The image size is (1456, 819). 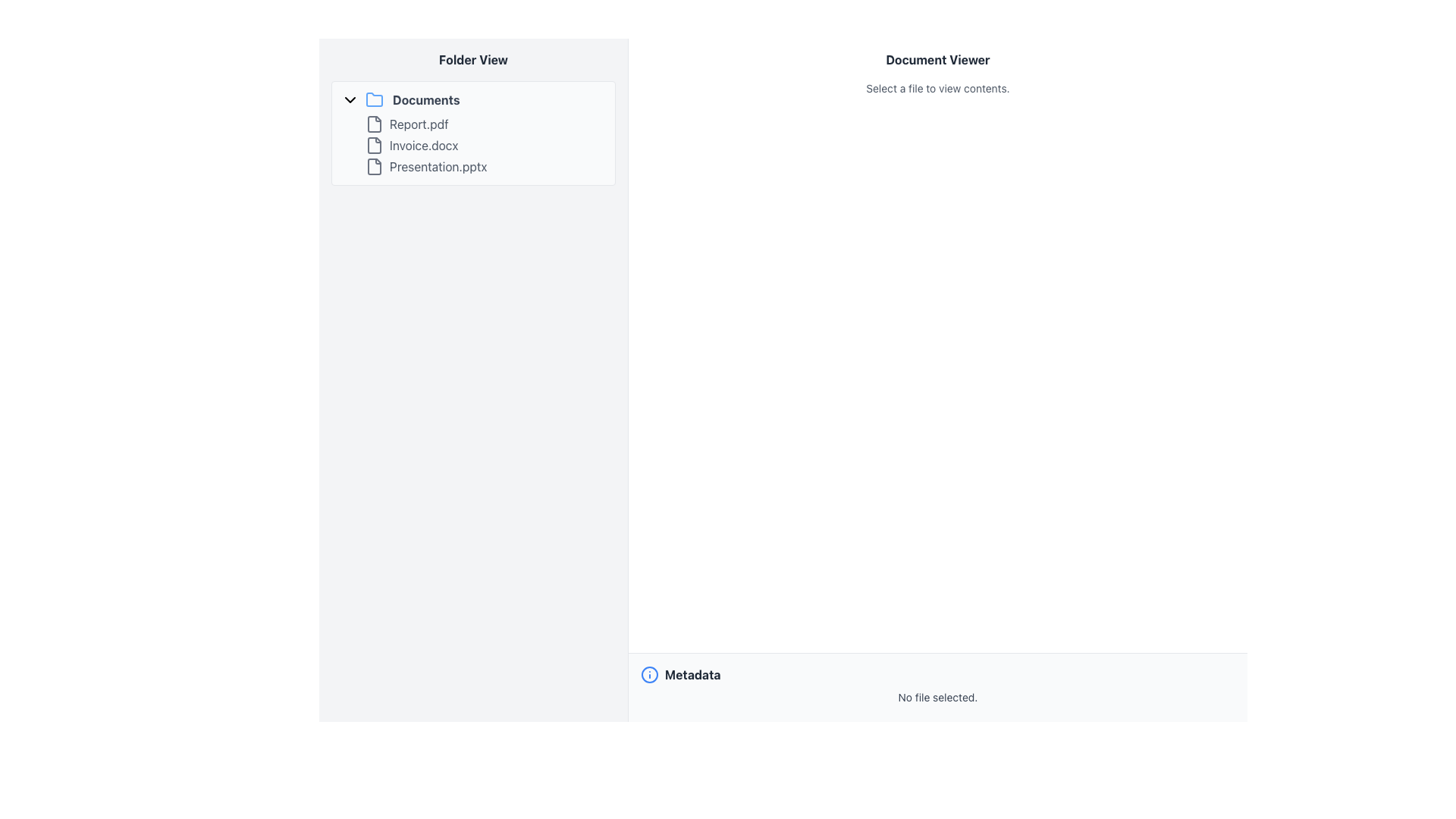 What do you see at coordinates (650, 674) in the screenshot?
I see `the information icon located at the beginning of the 'Metadata' section in the bottom right of the interface` at bounding box center [650, 674].